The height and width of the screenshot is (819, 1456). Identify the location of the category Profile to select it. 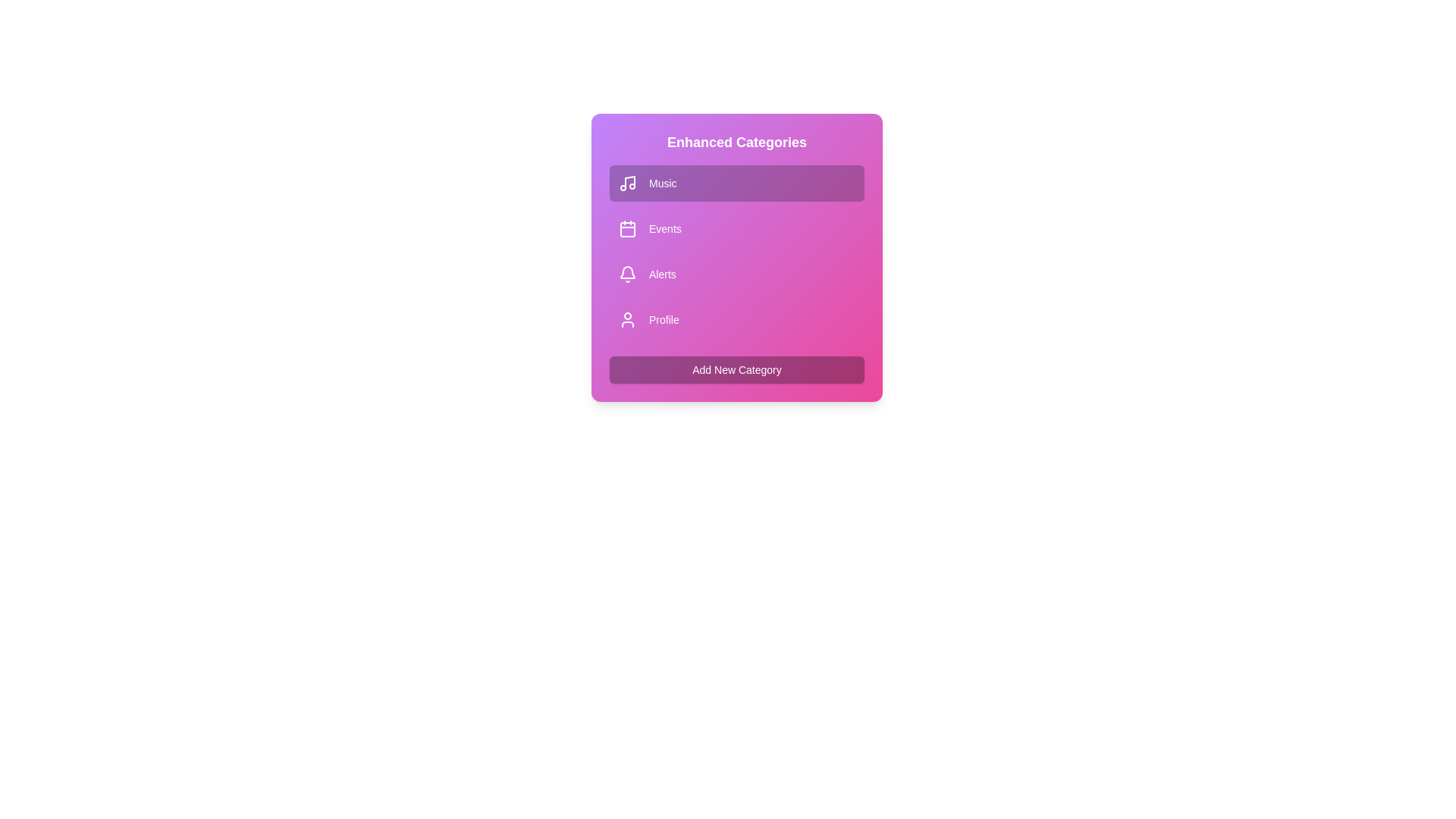
(736, 318).